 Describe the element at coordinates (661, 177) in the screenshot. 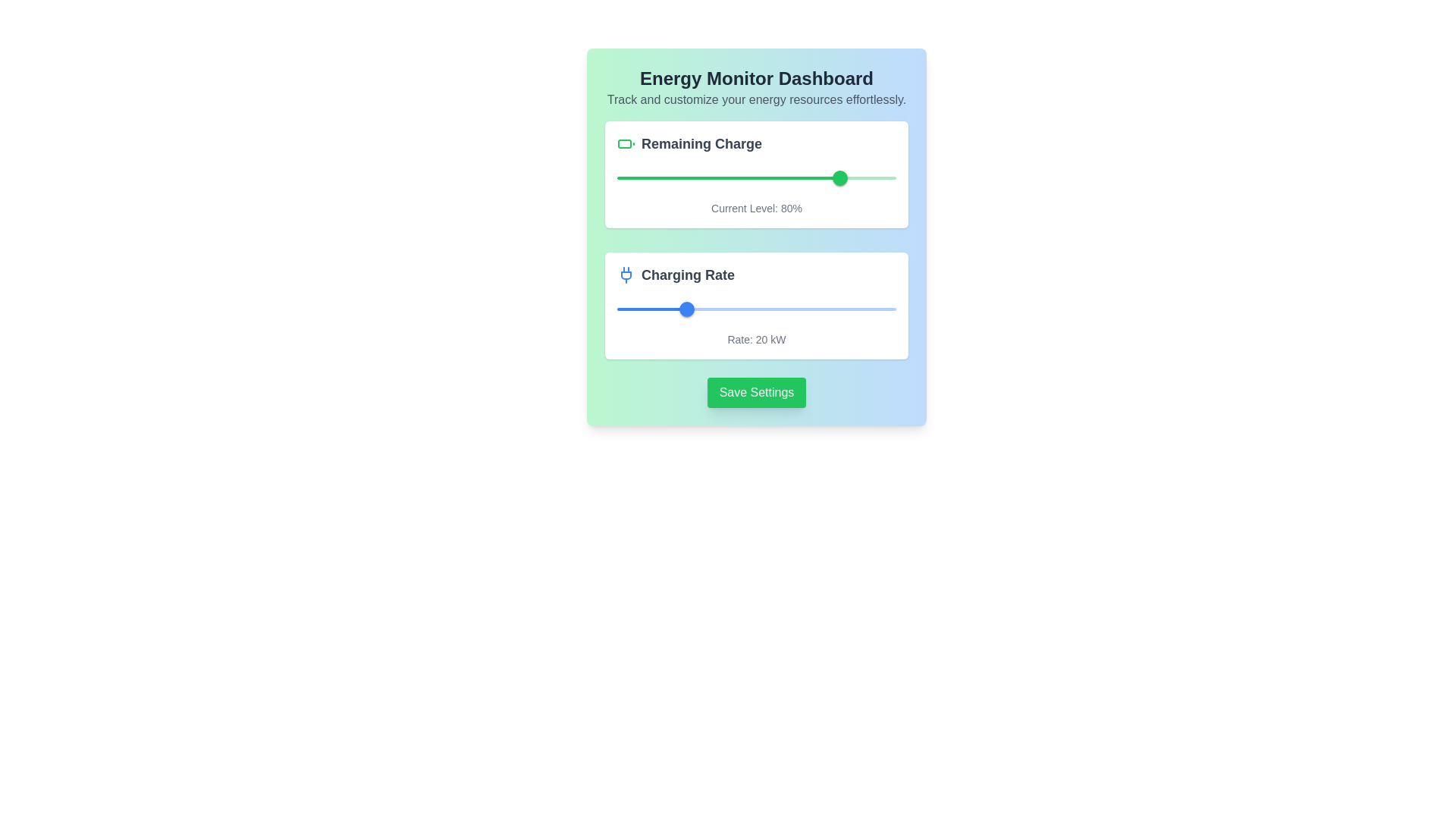

I see `slider value` at that location.